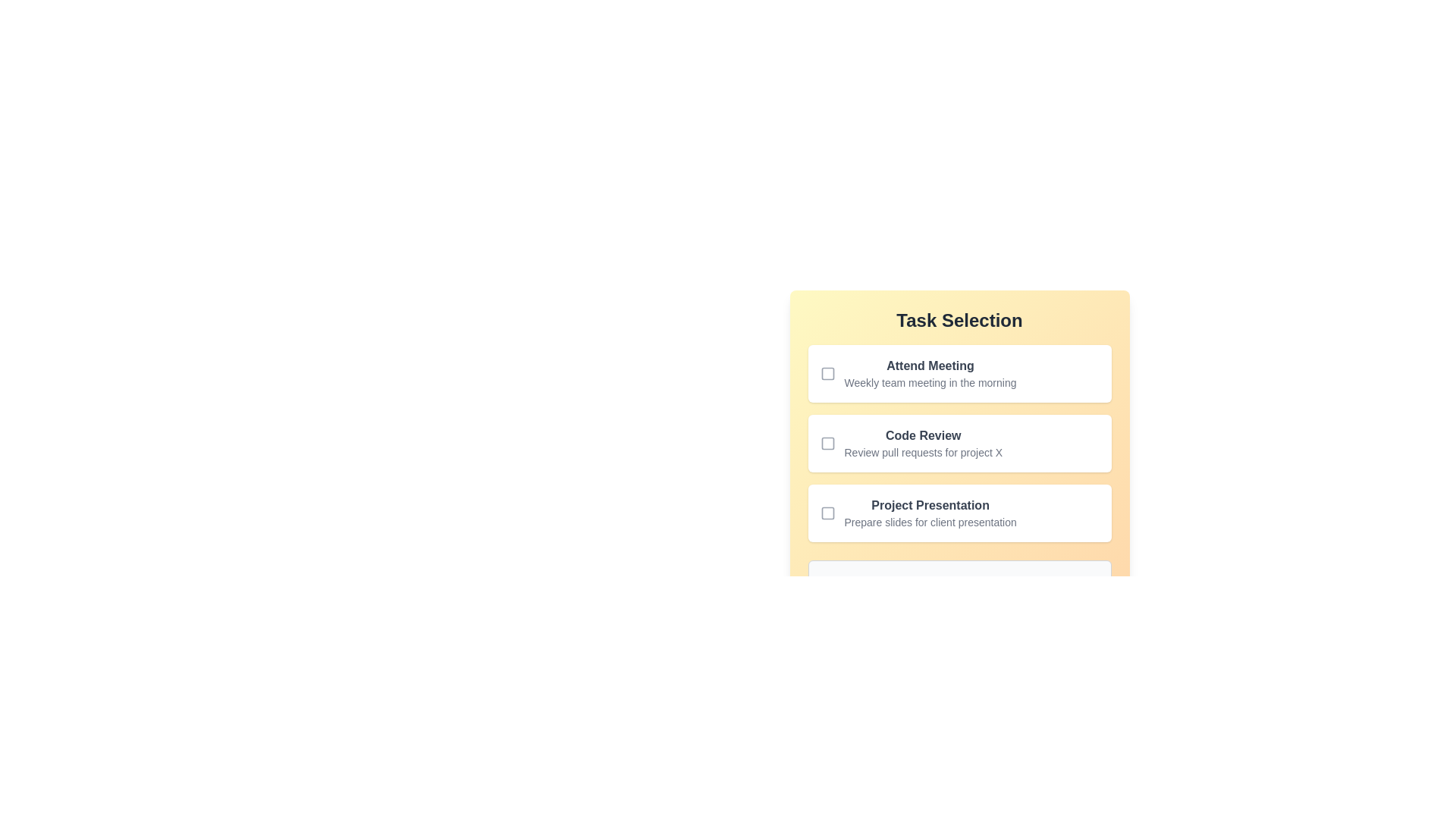 Image resolution: width=1456 pixels, height=819 pixels. What do you see at coordinates (827, 444) in the screenshot?
I see `the checkbox associated with the 'Code Review' task` at bounding box center [827, 444].